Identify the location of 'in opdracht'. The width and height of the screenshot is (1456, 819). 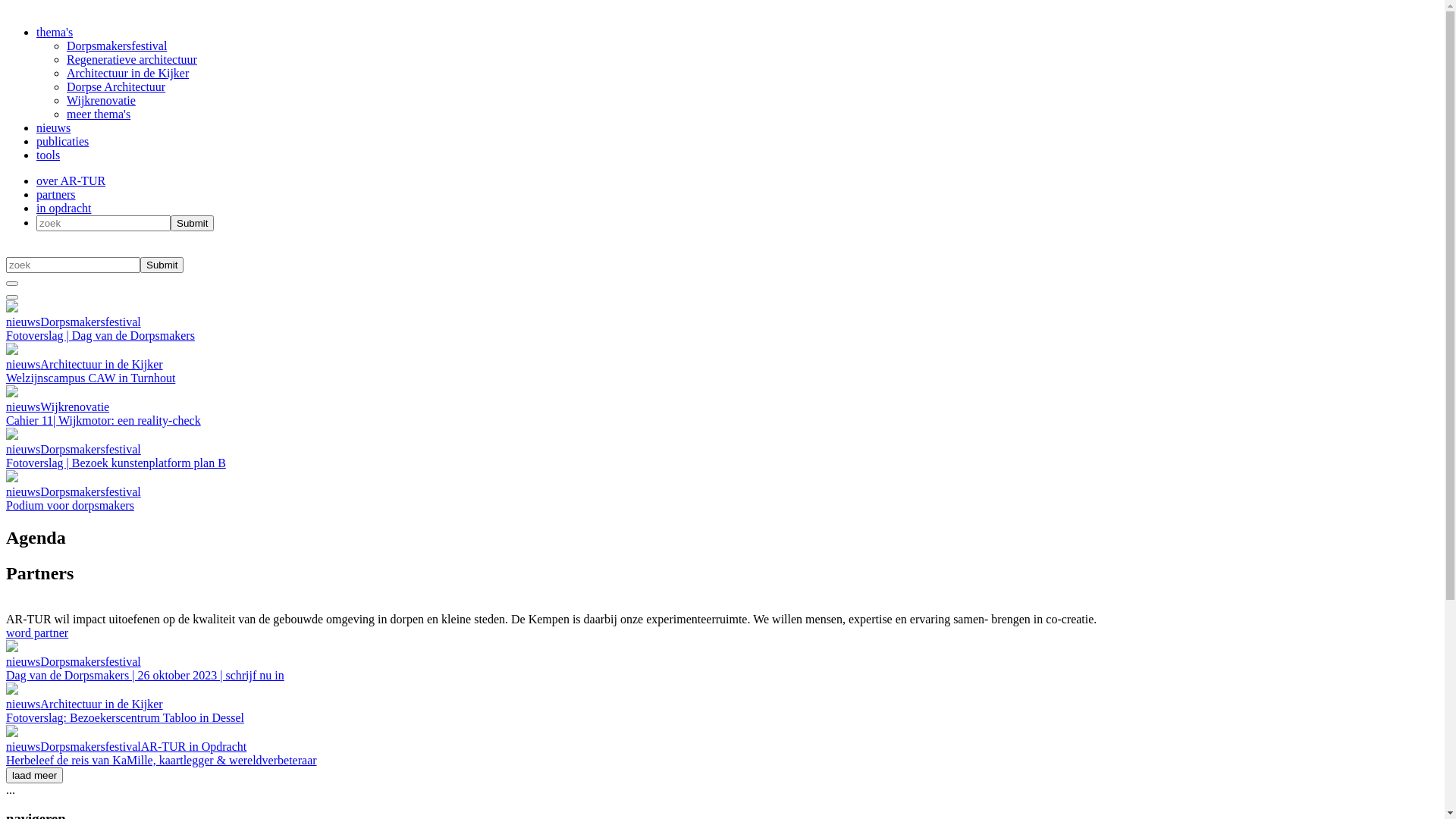
(62, 208).